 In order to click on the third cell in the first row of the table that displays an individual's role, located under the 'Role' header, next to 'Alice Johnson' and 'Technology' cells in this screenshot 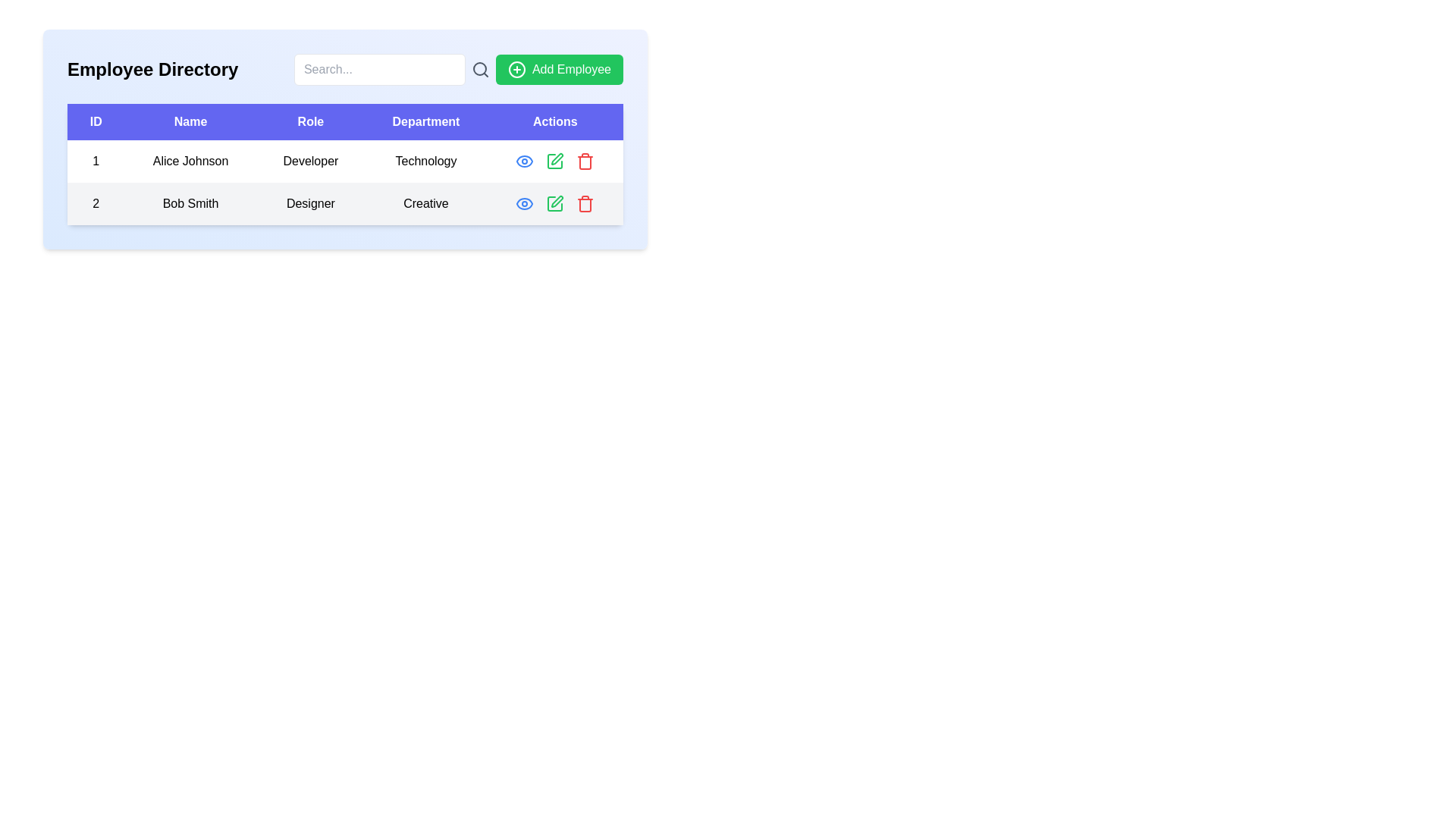, I will do `click(309, 161)`.